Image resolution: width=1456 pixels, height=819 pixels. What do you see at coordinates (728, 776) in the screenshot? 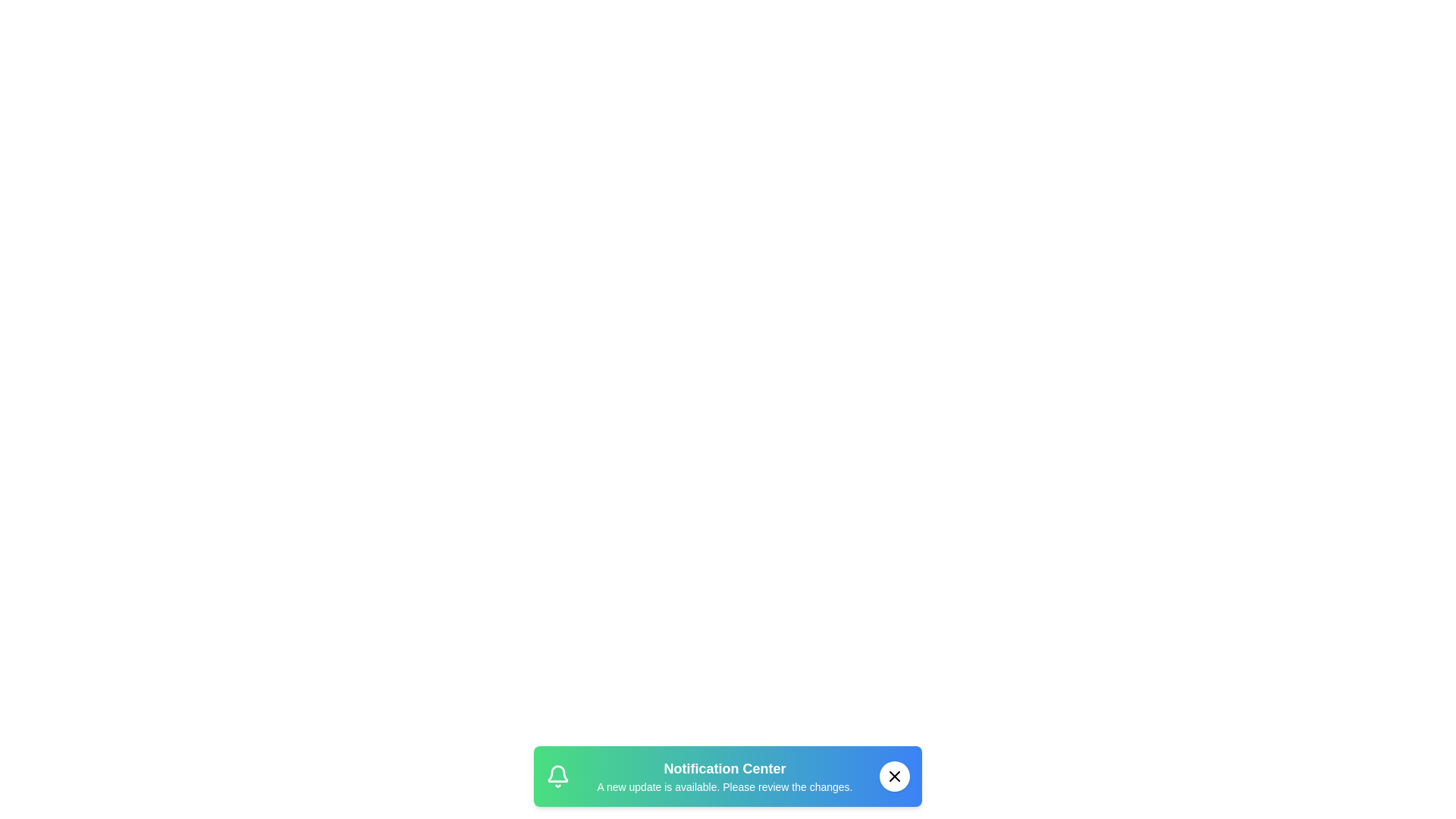
I see `the snackbar area to focus on it` at bounding box center [728, 776].